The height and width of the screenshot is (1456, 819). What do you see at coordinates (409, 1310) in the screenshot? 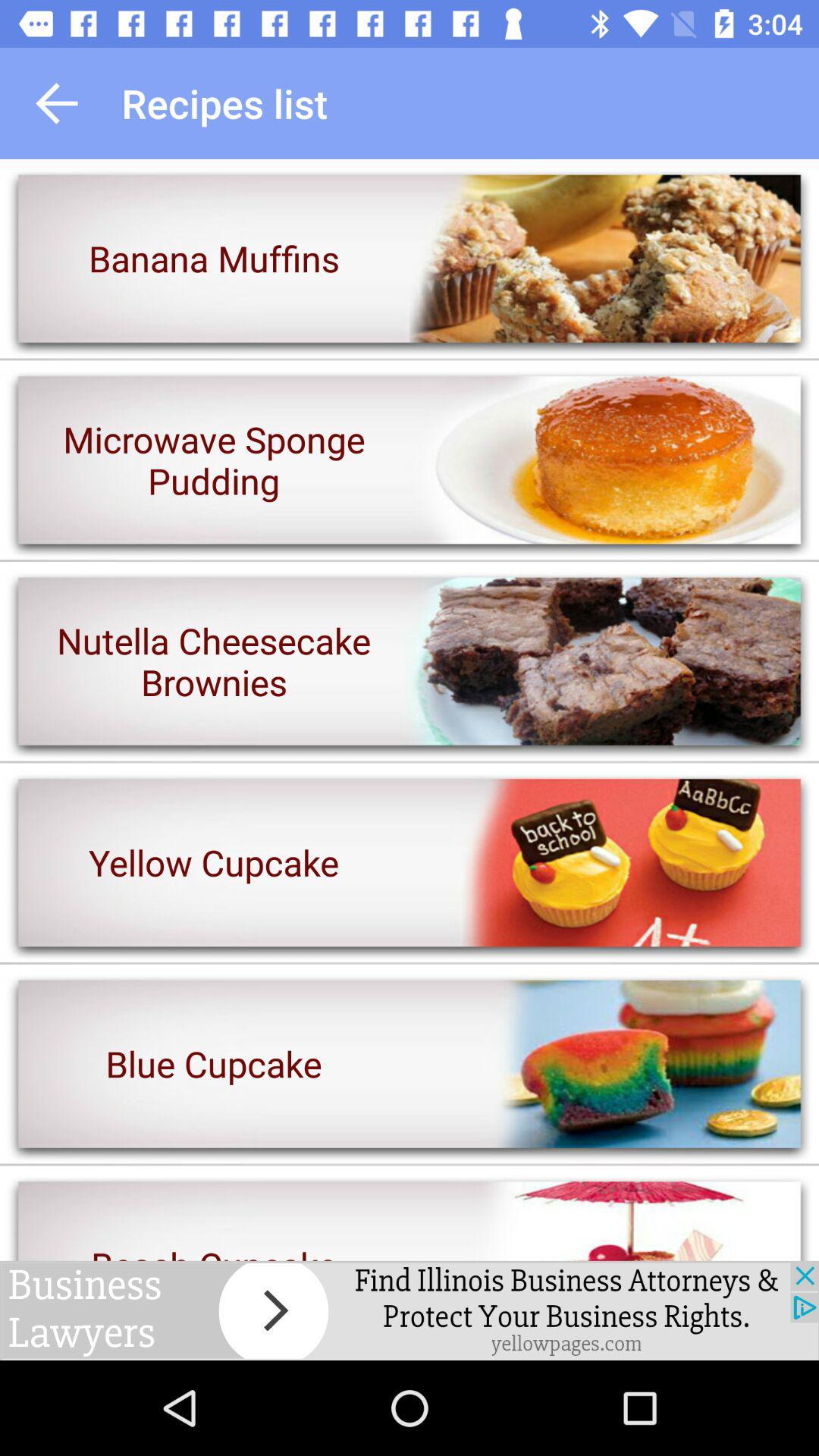
I see `advertisement image` at bounding box center [409, 1310].